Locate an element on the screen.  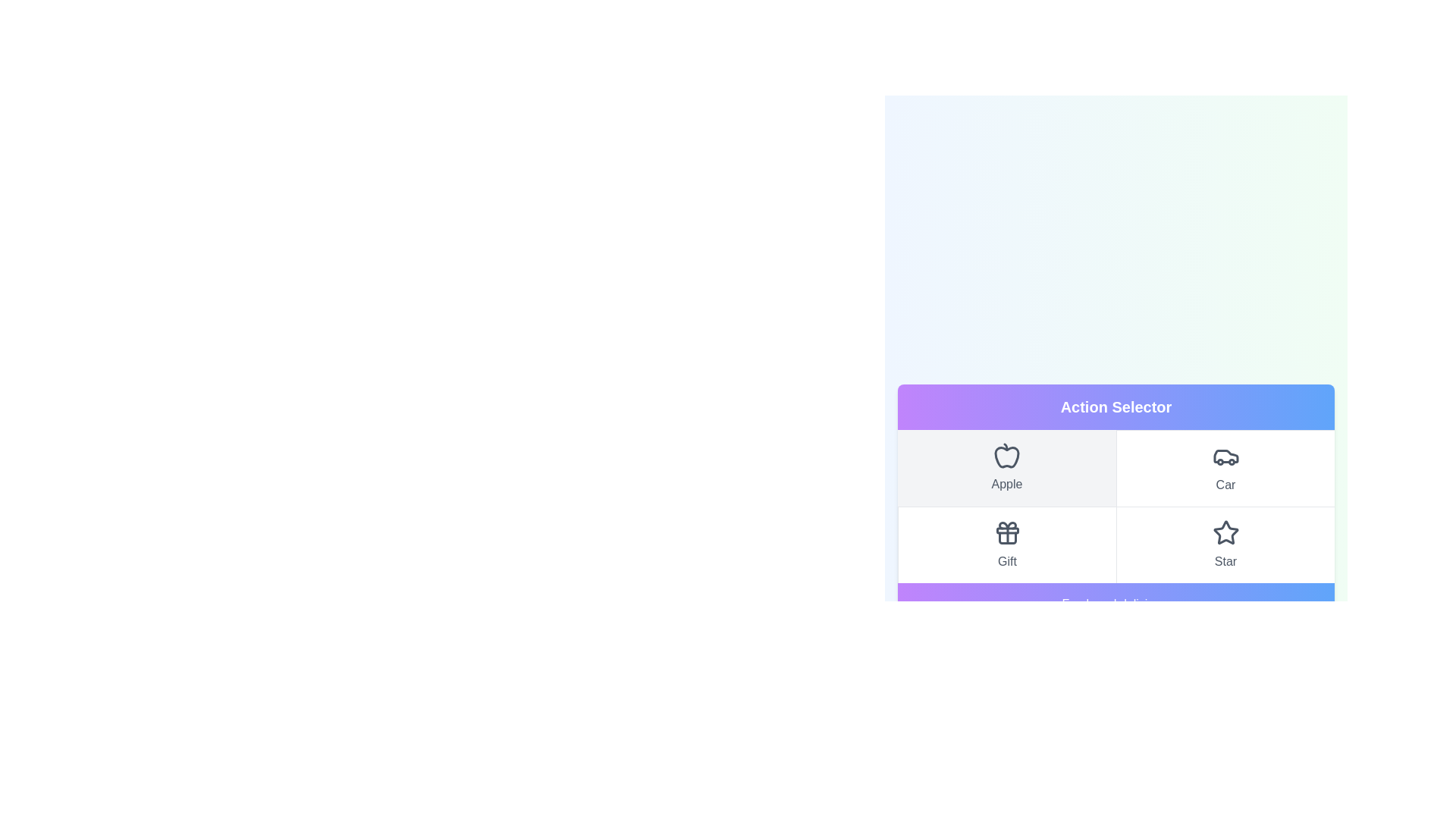
the star-shaped icon located in the bottom-right cell of the 'Action Selector' section, beneath the 'Car' icon and to the right of the 'Gift' icon is located at coordinates (1225, 532).